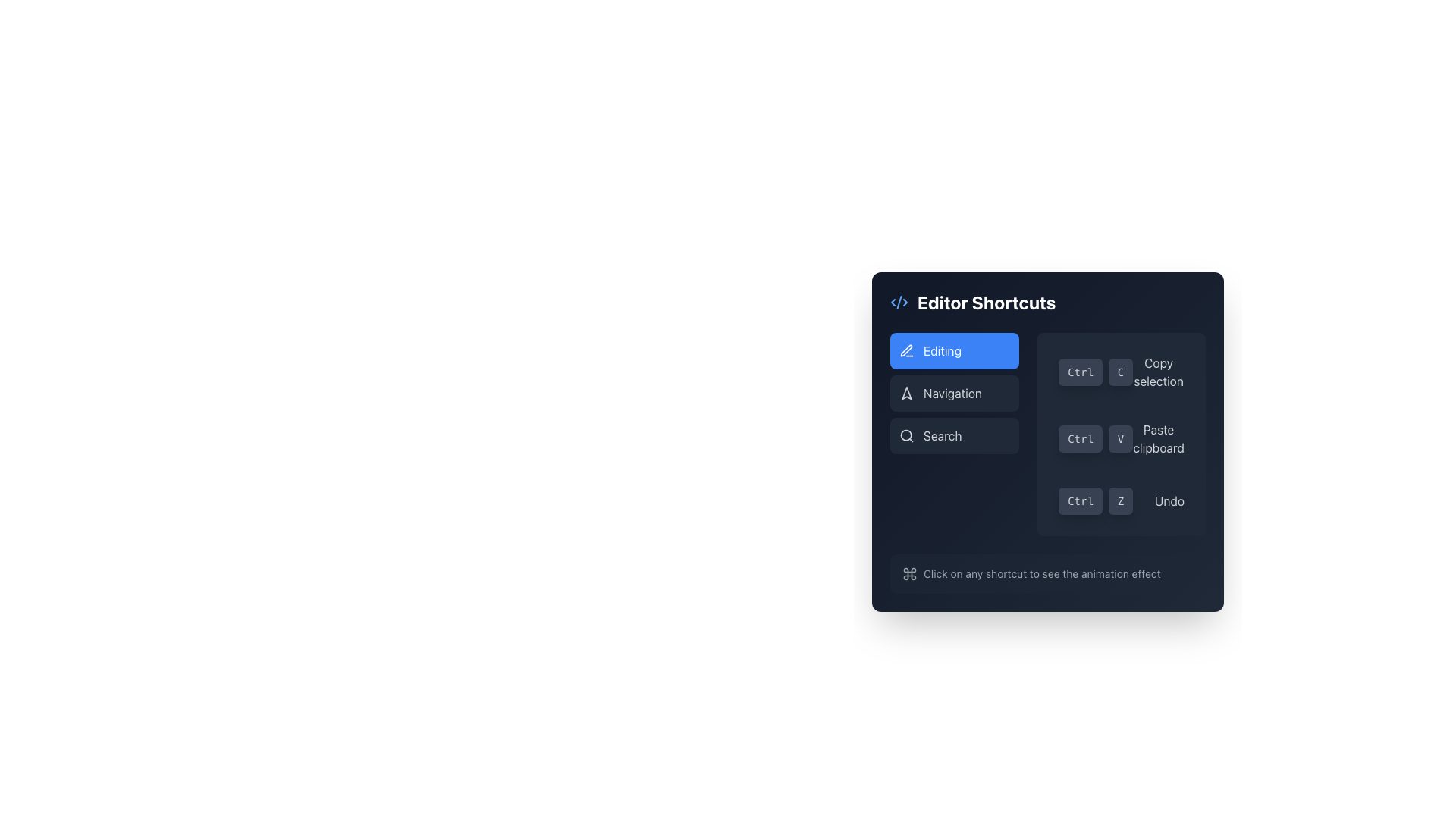 Image resolution: width=1456 pixels, height=819 pixels. I want to click on the descriptive text label that informs users about the functionality of shortcuts in the 'Editor Shortcuts' dialog box, so click(1041, 573).